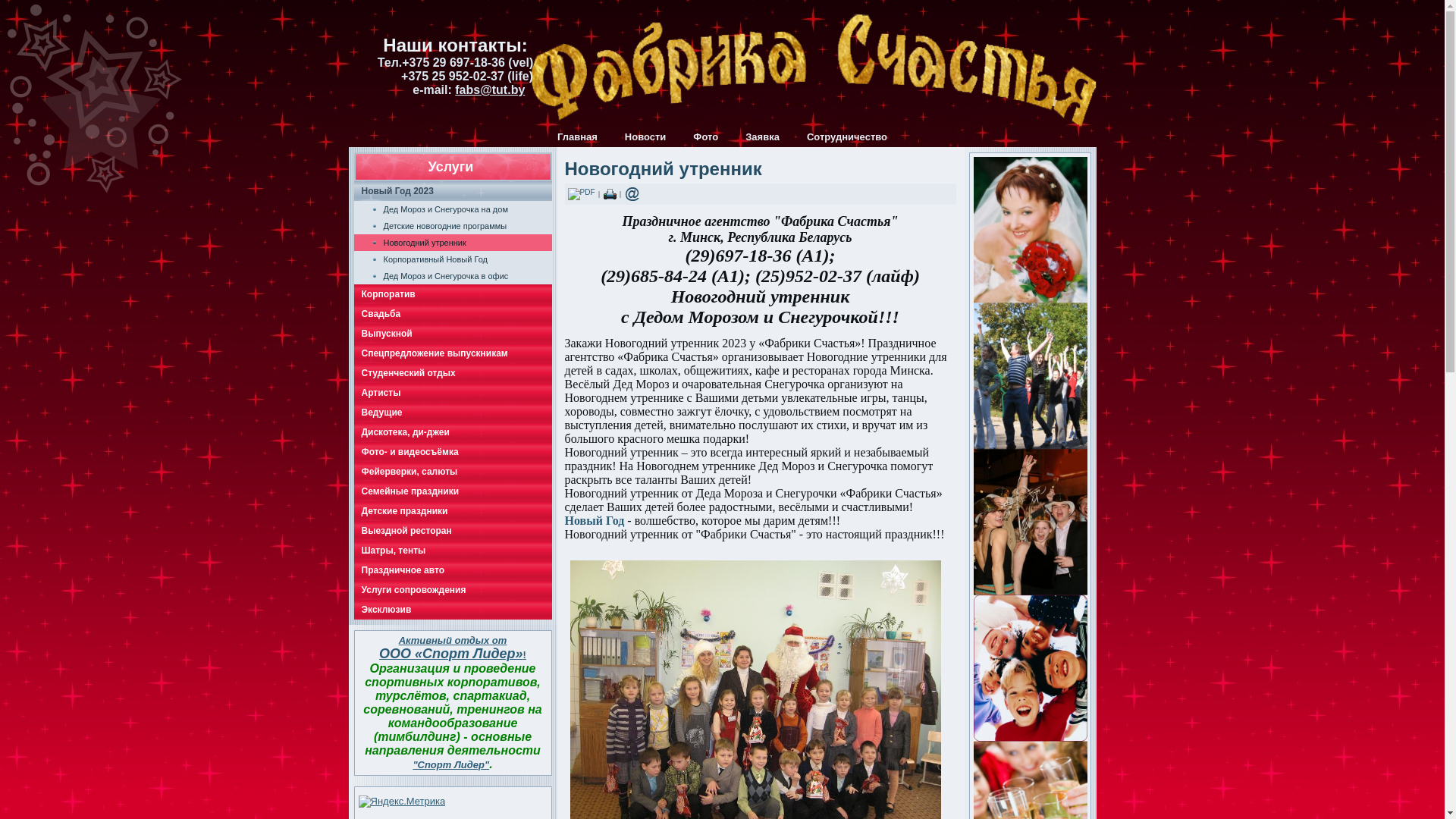 The image size is (1456, 819). I want to click on 'fabs@tut.by', so click(490, 89).